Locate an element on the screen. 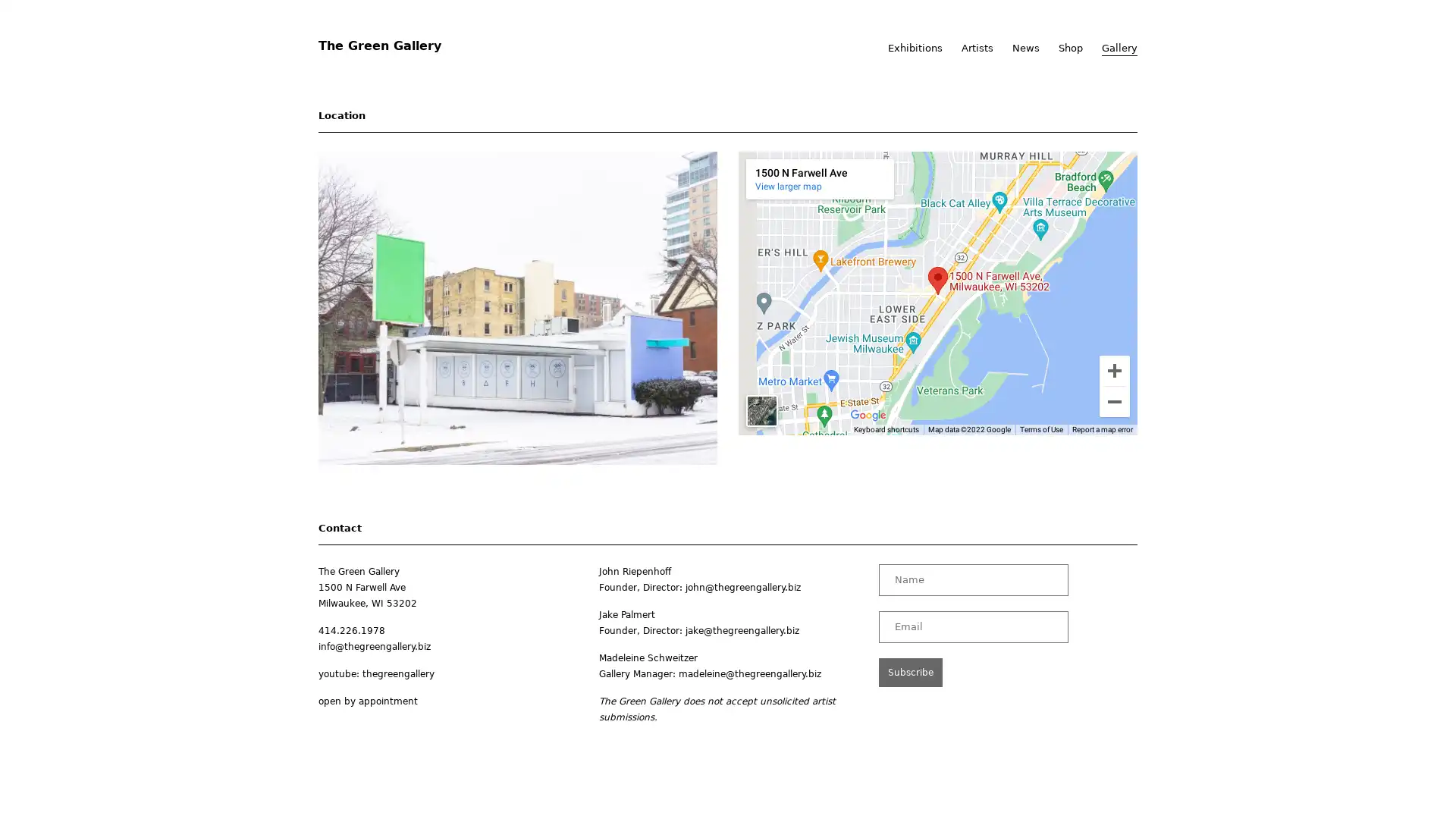 The image size is (1456, 819). Subscribe is located at coordinates (910, 671).